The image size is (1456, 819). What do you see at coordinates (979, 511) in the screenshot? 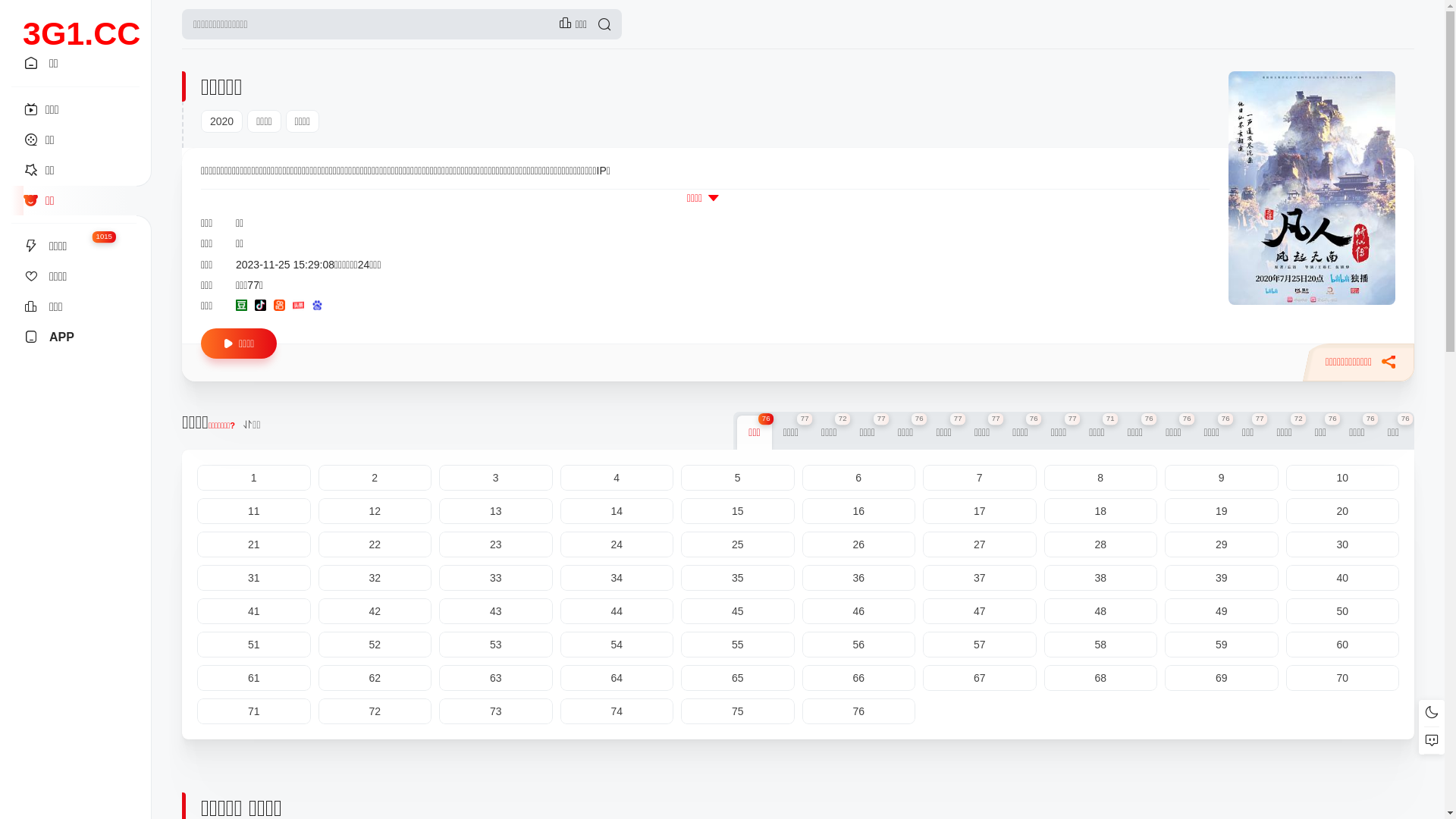
I see `'17'` at bounding box center [979, 511].